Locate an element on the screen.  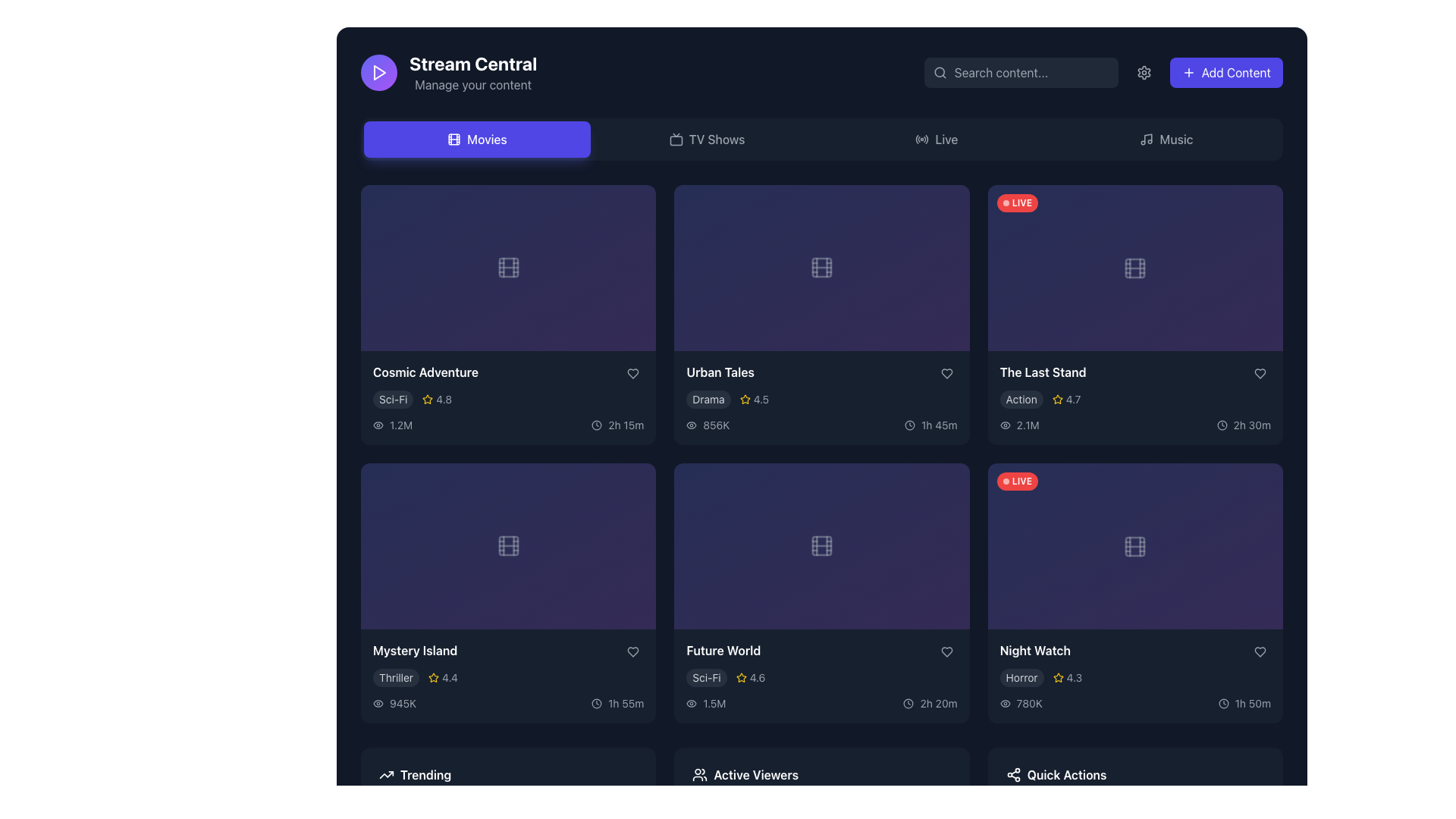
neighboring star icon next to the numeric rating '4.6' displayed in soft gray color on the content card titled 'Future World' is located at coordinates (750, 677).